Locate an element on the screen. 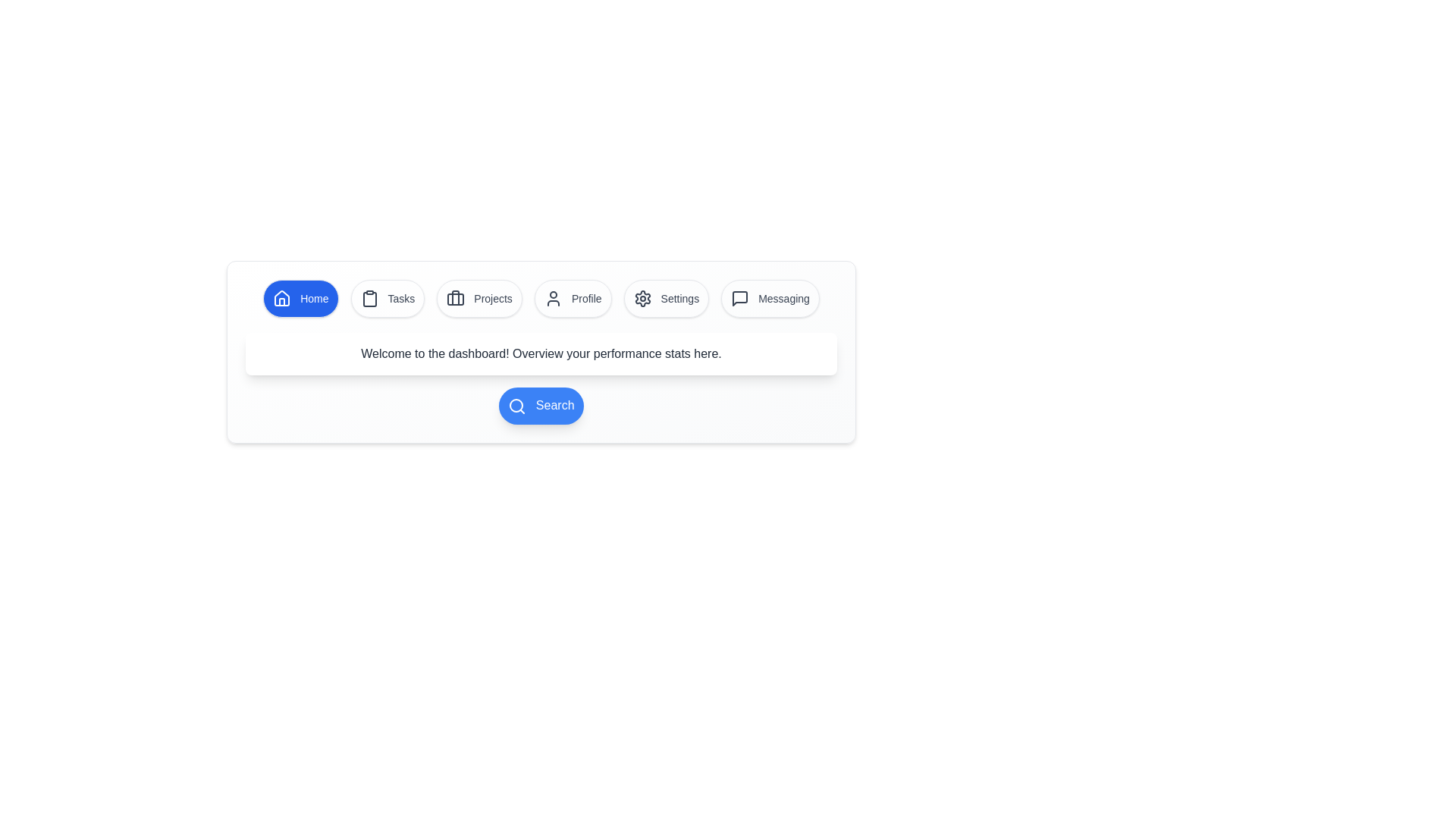  the settings icon located centrally within the 'Settings' button is located at coordinates (642, 298).